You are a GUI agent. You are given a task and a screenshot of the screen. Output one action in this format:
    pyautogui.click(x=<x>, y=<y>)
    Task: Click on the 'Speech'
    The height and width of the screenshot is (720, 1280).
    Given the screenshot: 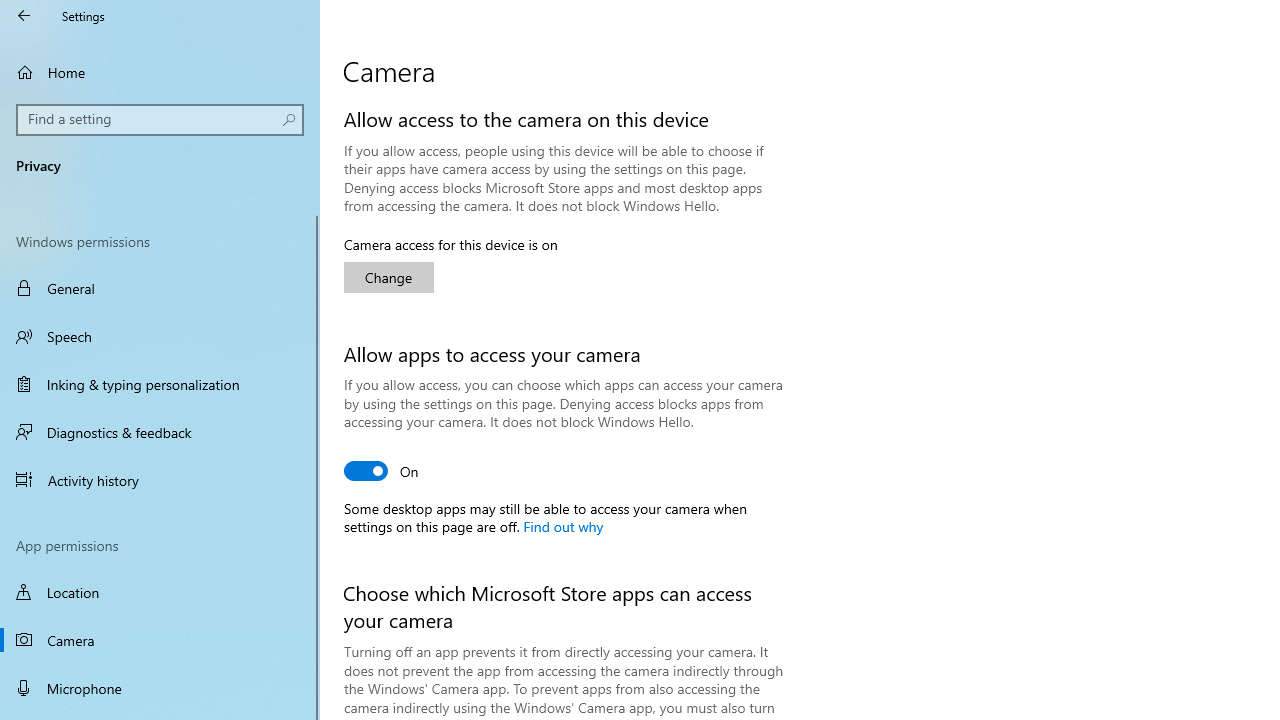 What is the action you would take?
    pyautogui.click(x=160, y=334)
    